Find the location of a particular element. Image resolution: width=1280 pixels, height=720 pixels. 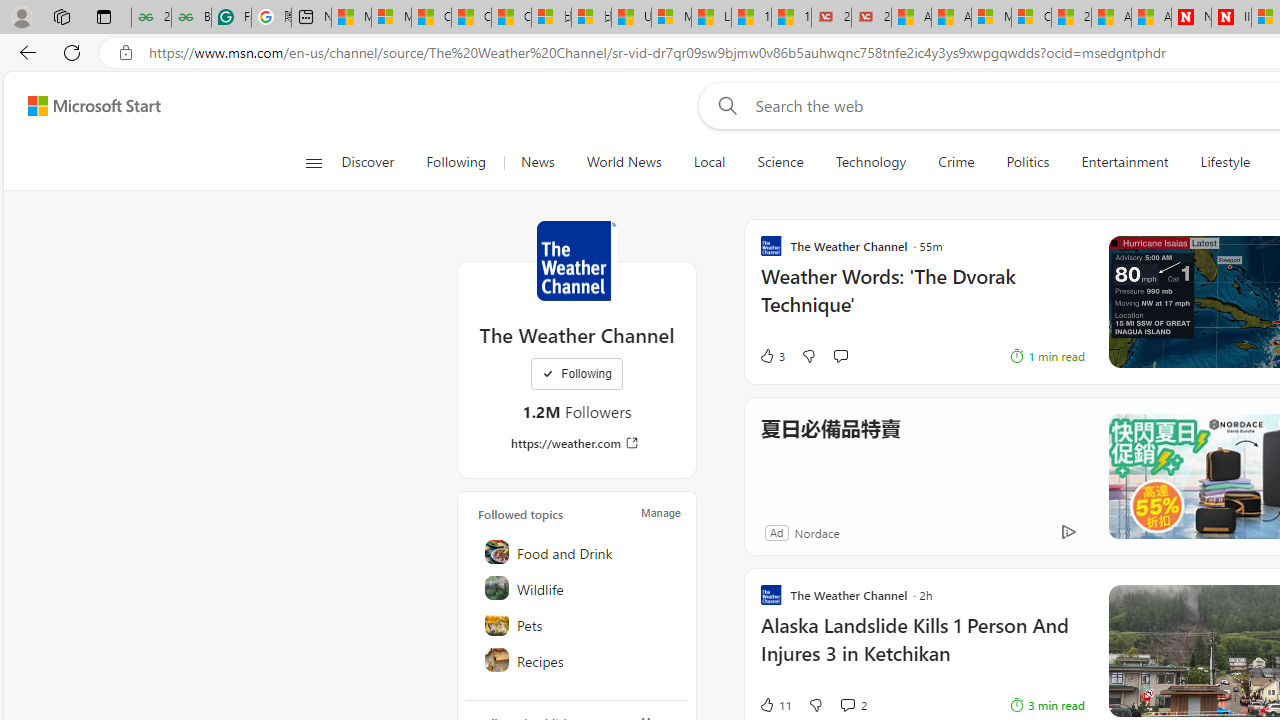

'15 Ways Modern Life Contradicts the Teachings of Jesus' is located at coordinates (790, 17).